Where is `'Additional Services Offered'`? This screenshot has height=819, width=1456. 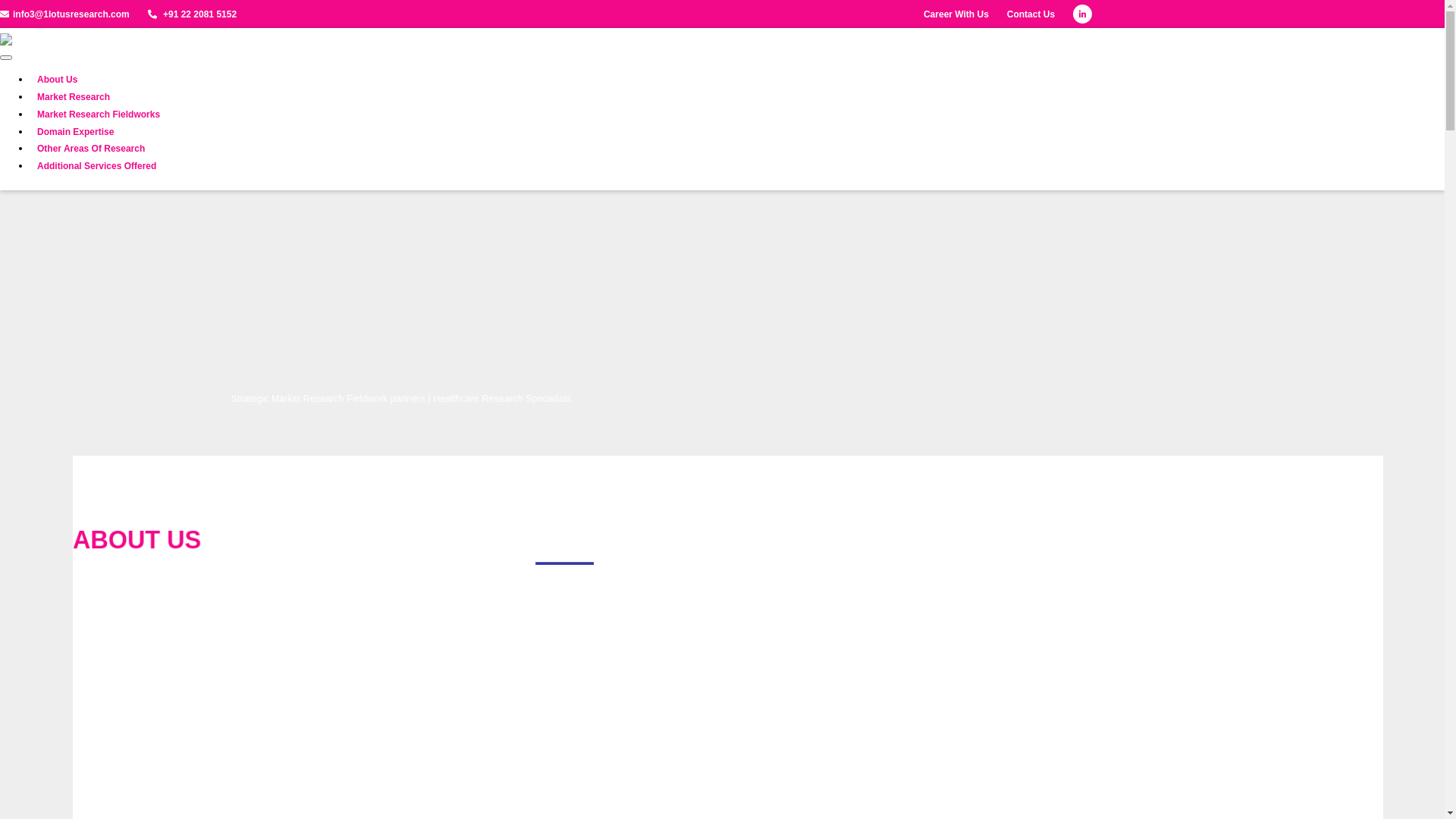
'Additional Services Offered' is located at coordinates (96, 166).